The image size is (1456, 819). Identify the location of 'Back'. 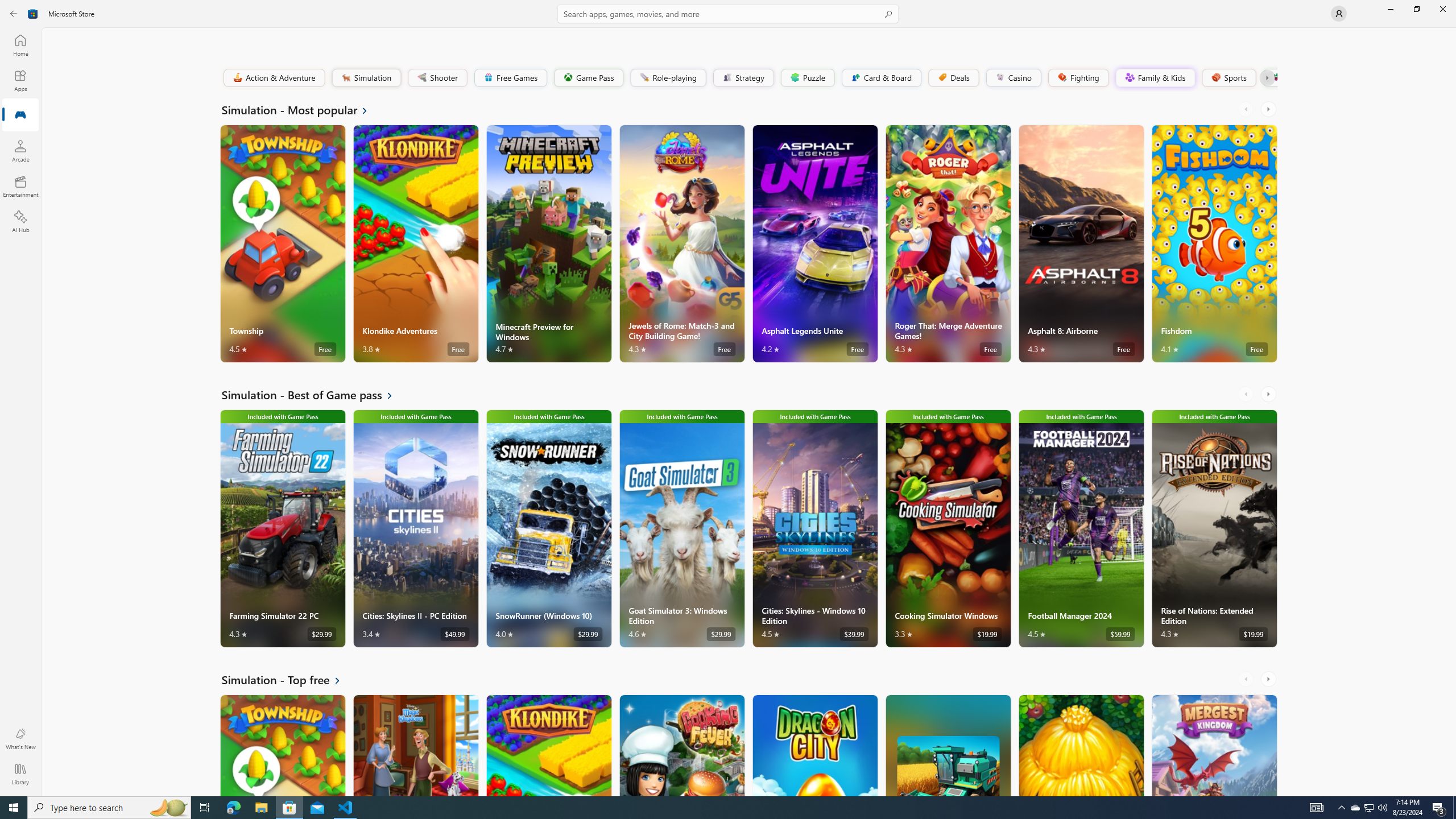
(14, 13).